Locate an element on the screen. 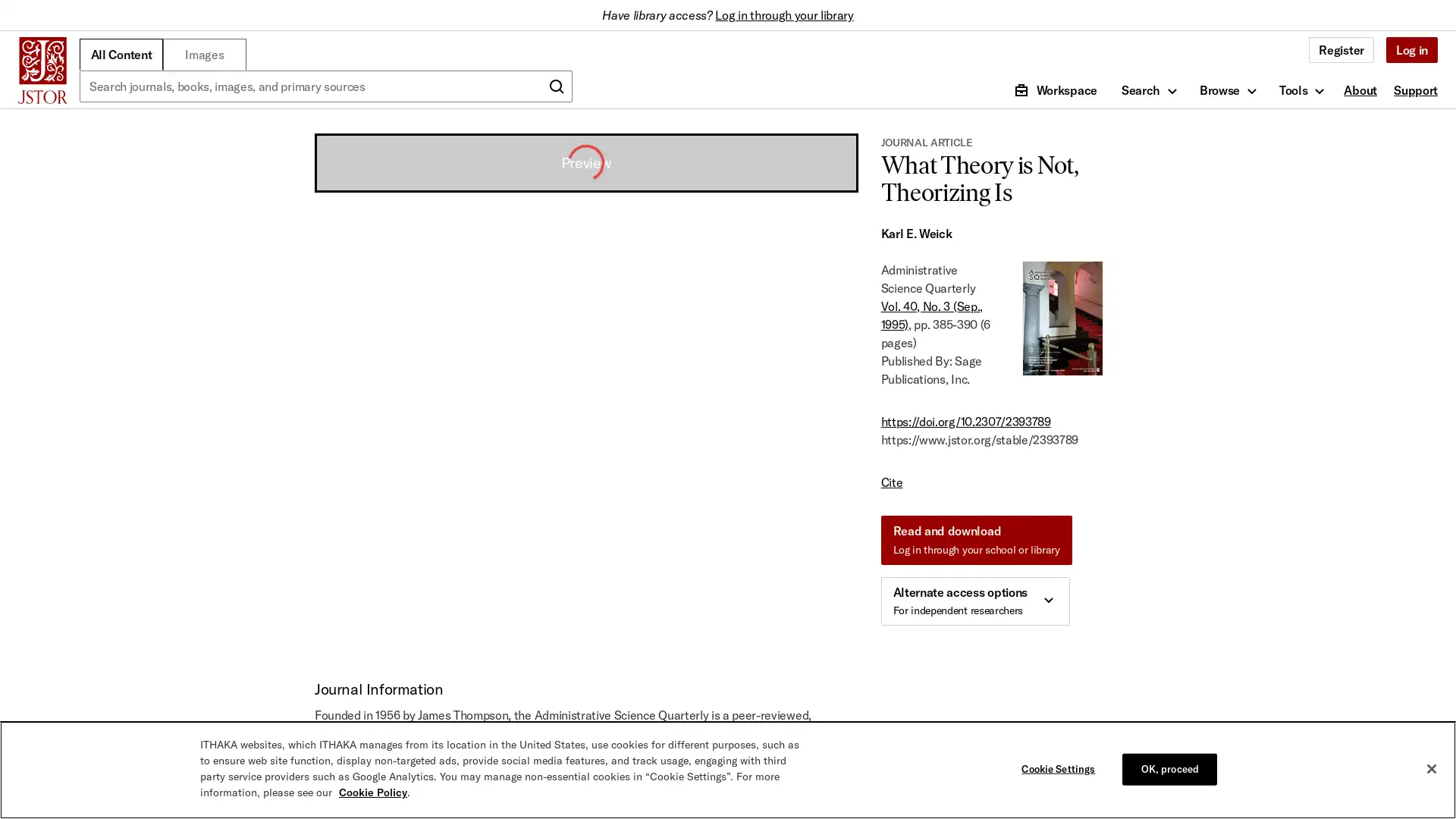  Alternate access options For independent researchers is located at coordinates (974, 601).